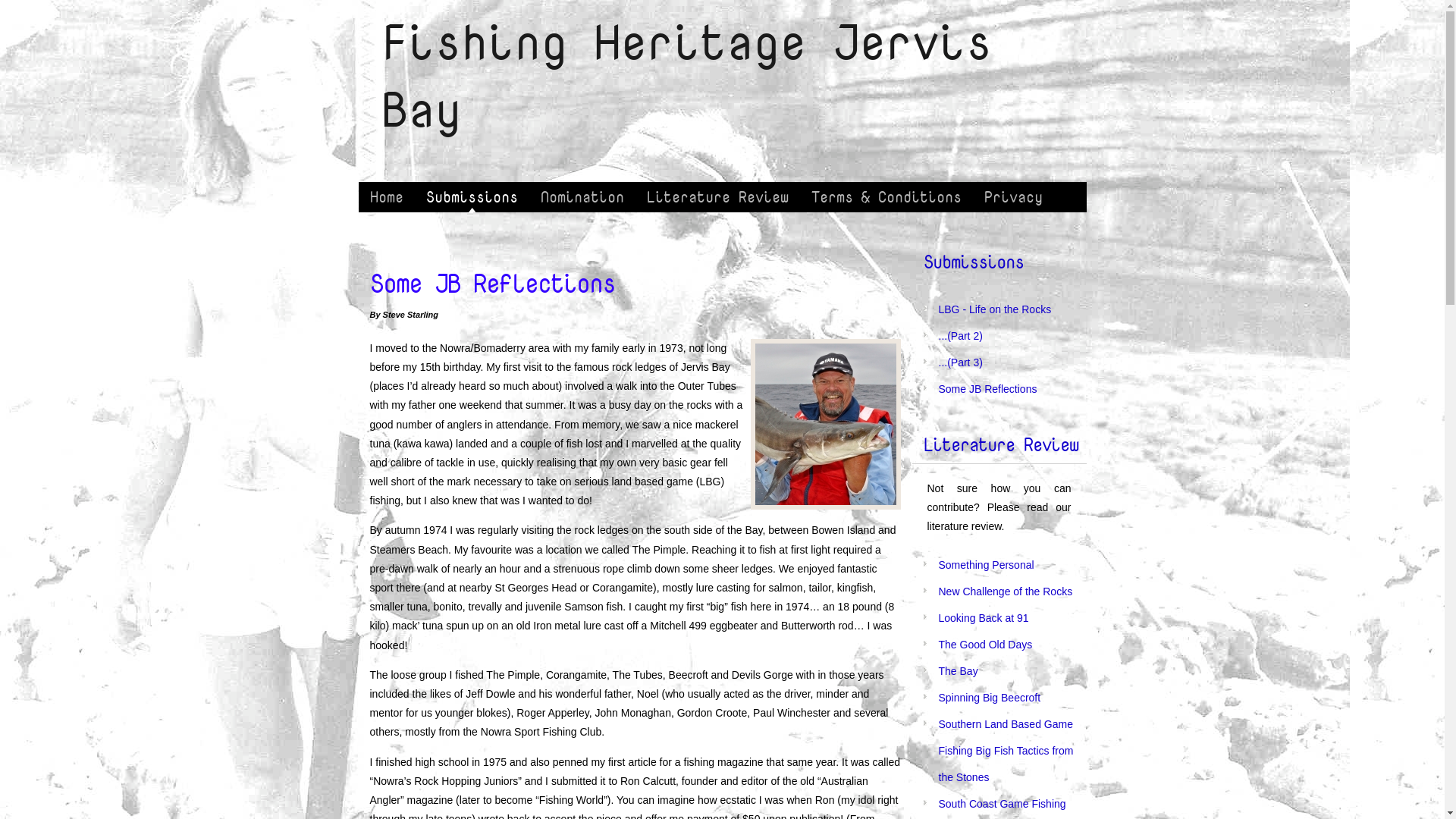 The width and height of the screenshot is (1456, 819). Describe the element at coordinates (960, 362) in the screenshot. I see `'...(Part 3)'` at that location.